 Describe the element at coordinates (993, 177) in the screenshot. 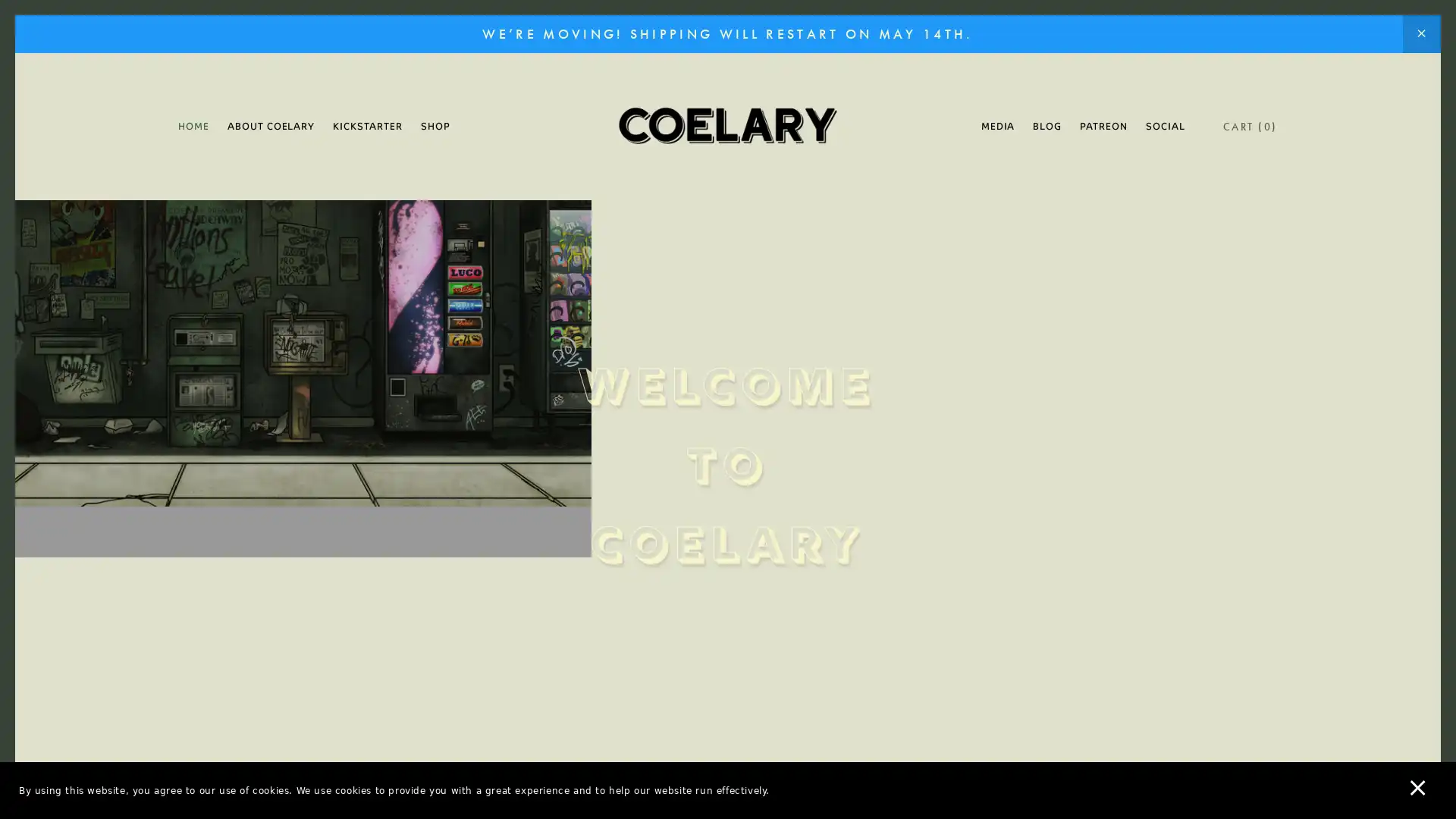

I see `Close` at that location.